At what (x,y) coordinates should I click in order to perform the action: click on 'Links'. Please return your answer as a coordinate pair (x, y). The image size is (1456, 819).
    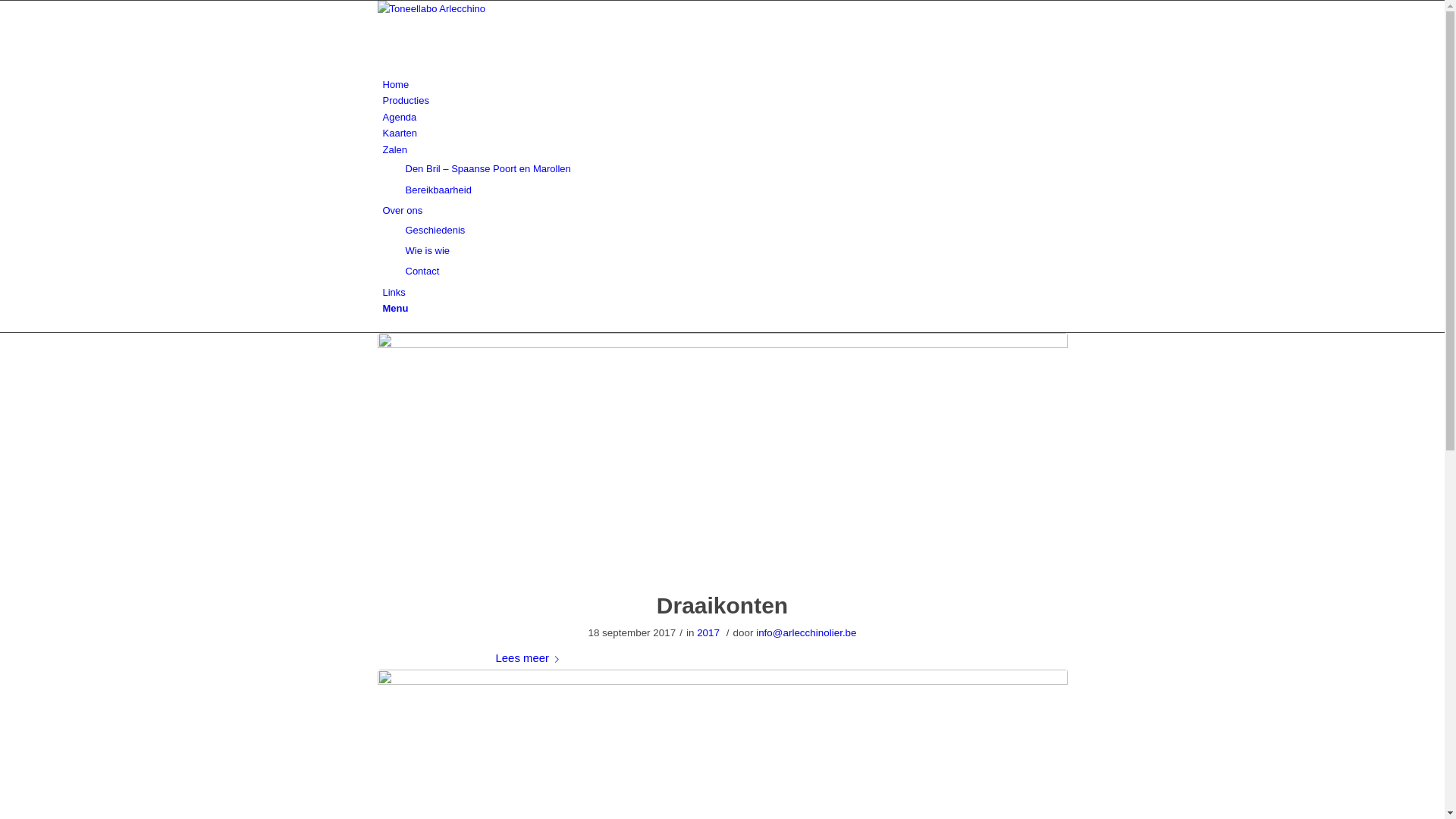
    Looking at the image, I should click on (382, 292).